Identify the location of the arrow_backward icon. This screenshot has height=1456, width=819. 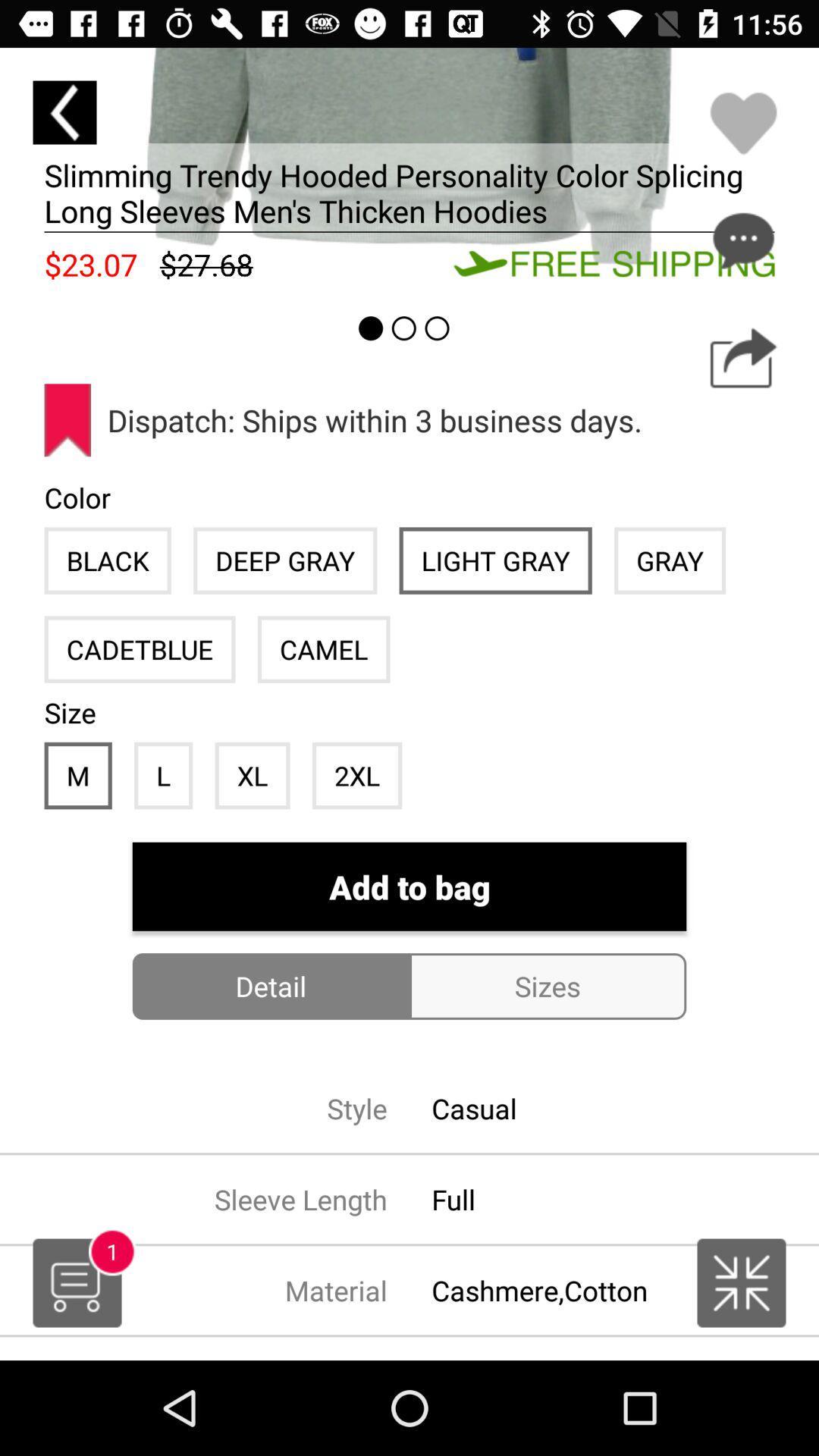
(64, 111).